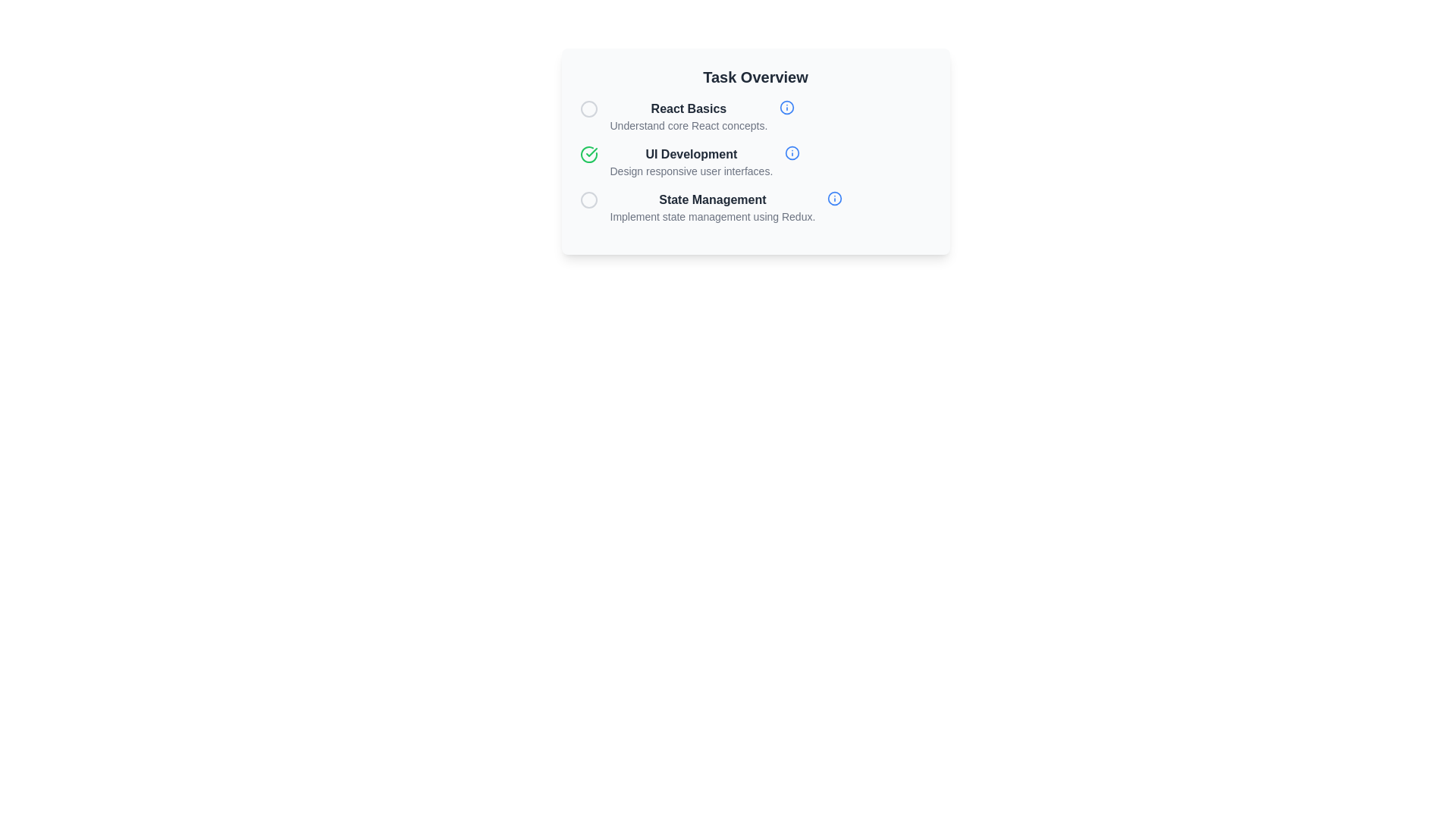  What do you see at coordinates (711, 216) in the screenshot?
I see `text of the Text Label located below the 'State Management' header, which provides additional context about the task` at bounding box center [711, 216].